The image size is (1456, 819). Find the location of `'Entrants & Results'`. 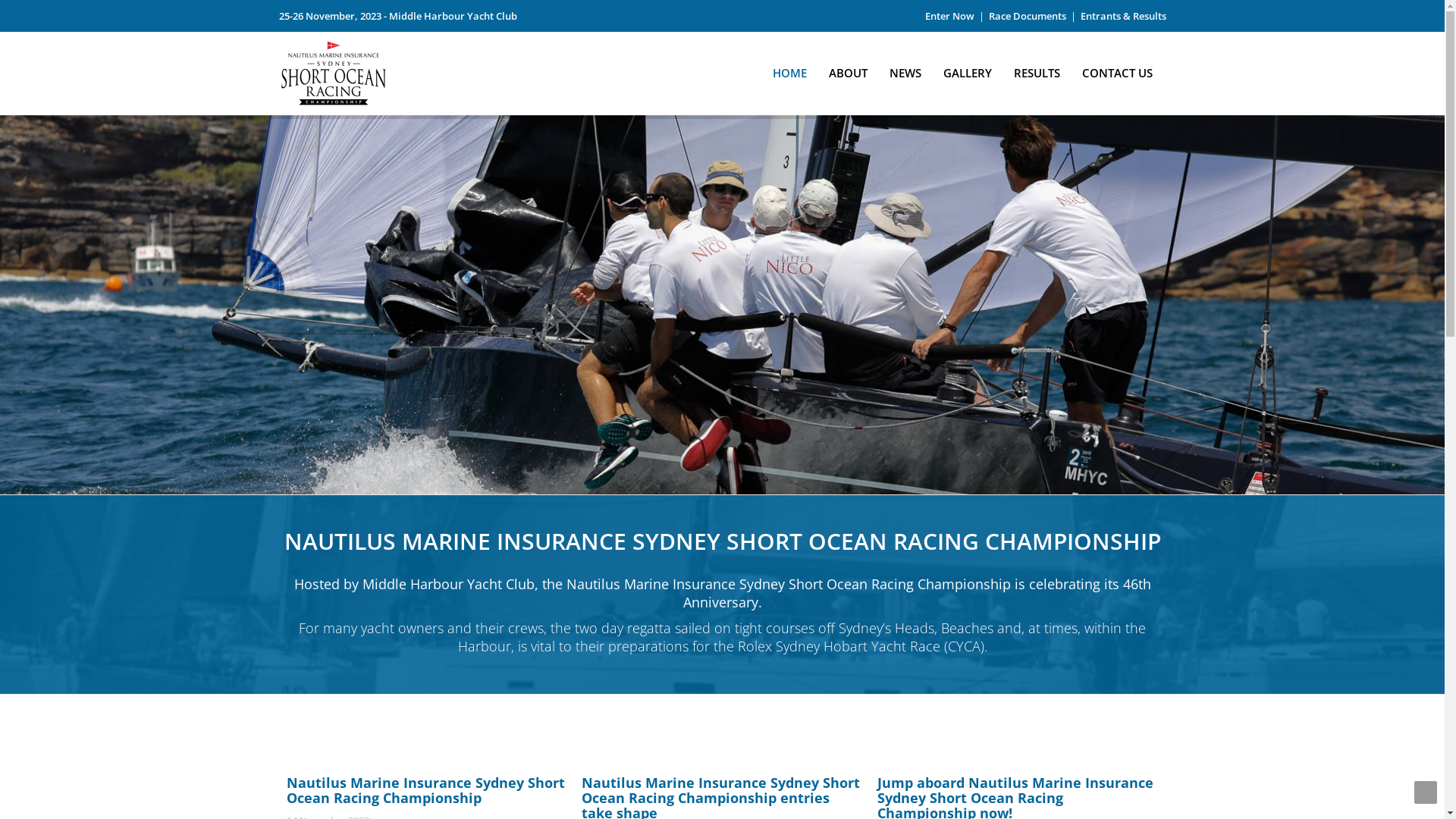

'Entrants & Results' is located at coordinates (1122, 15).